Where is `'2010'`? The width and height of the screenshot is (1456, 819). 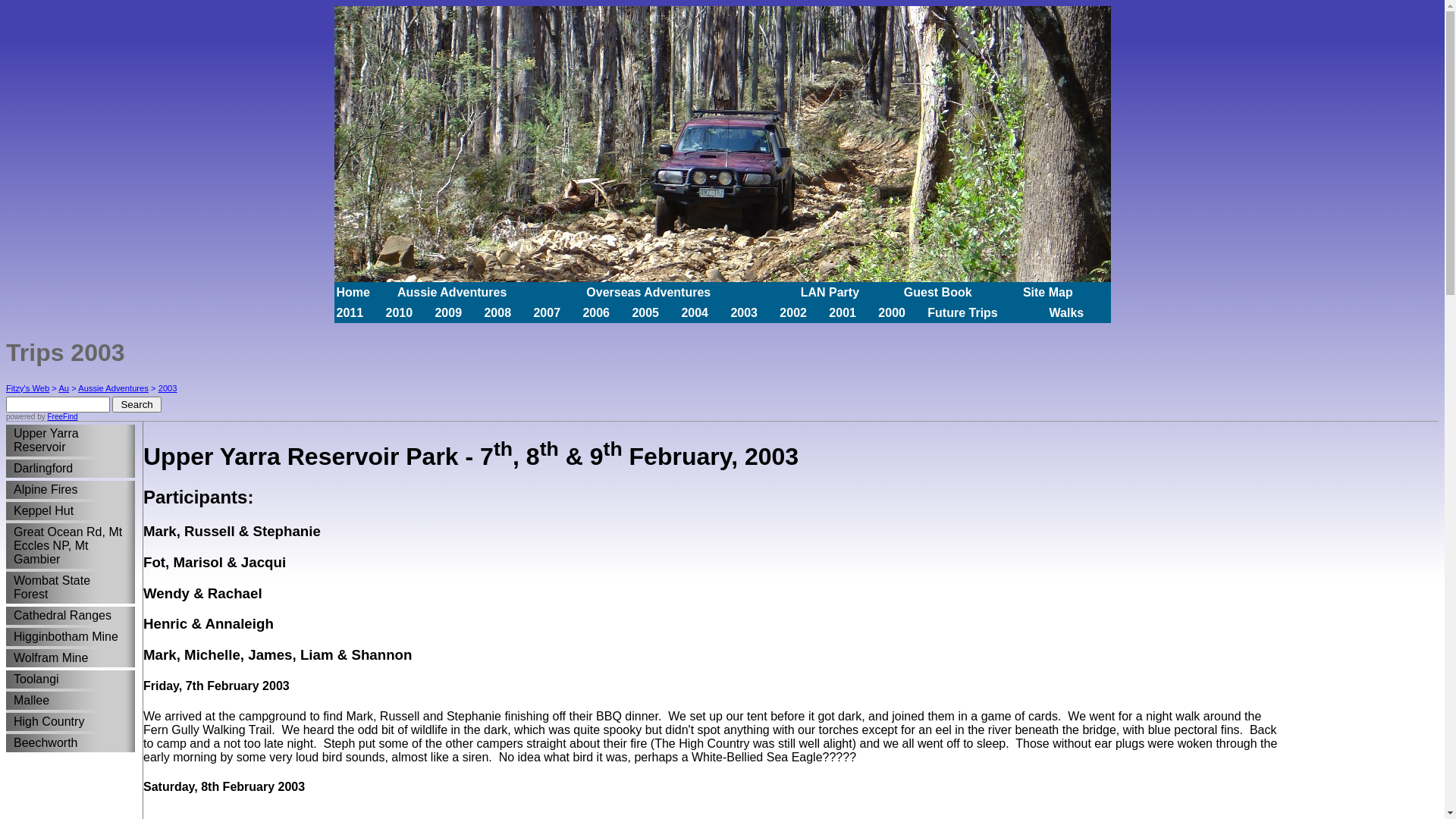 '2010' is located at coordinates (399, 312).